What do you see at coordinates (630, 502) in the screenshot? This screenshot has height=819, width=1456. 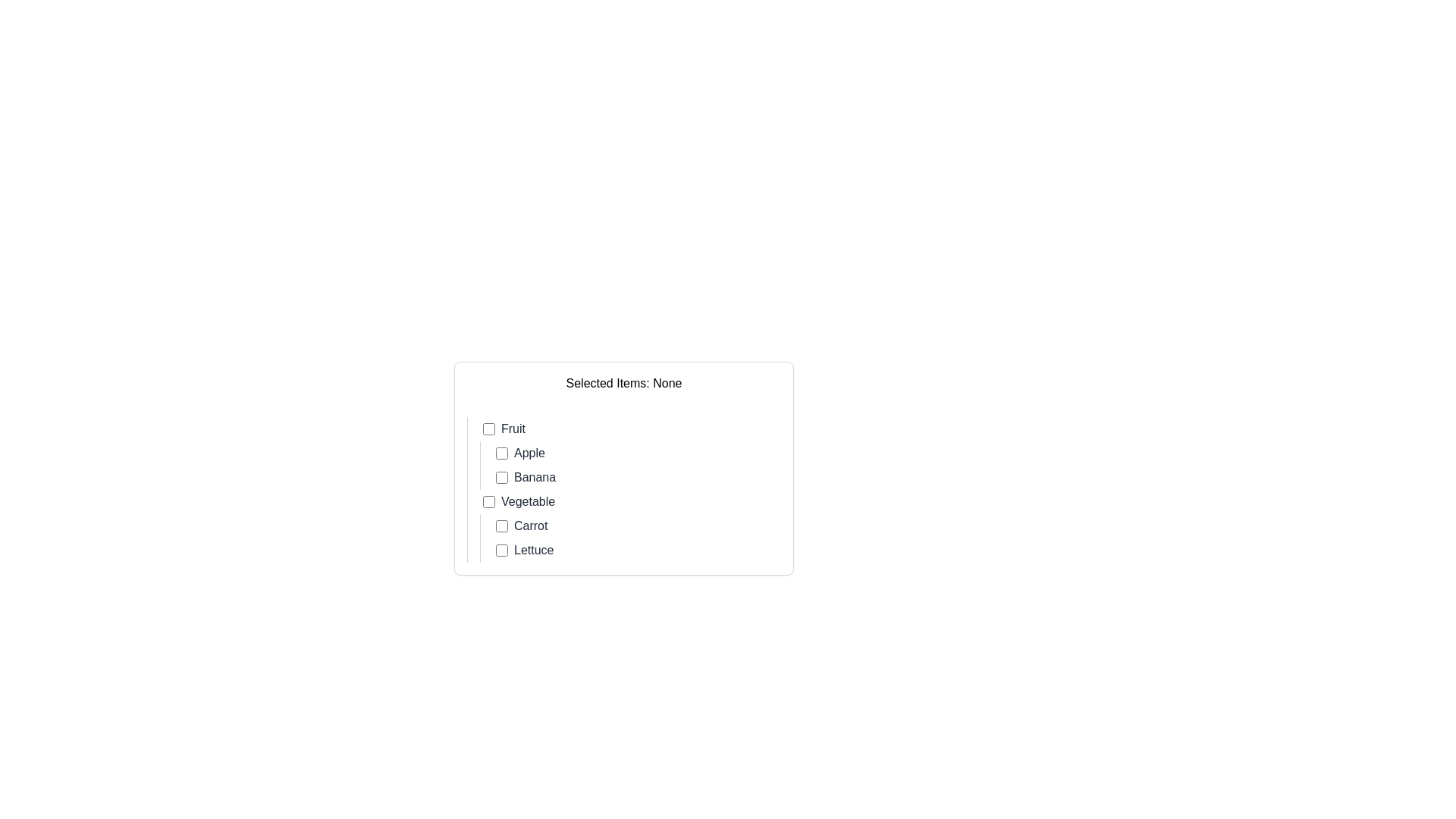 I see `the 'Vegetable' checkbox option selector` at bounding box center [630, 502].